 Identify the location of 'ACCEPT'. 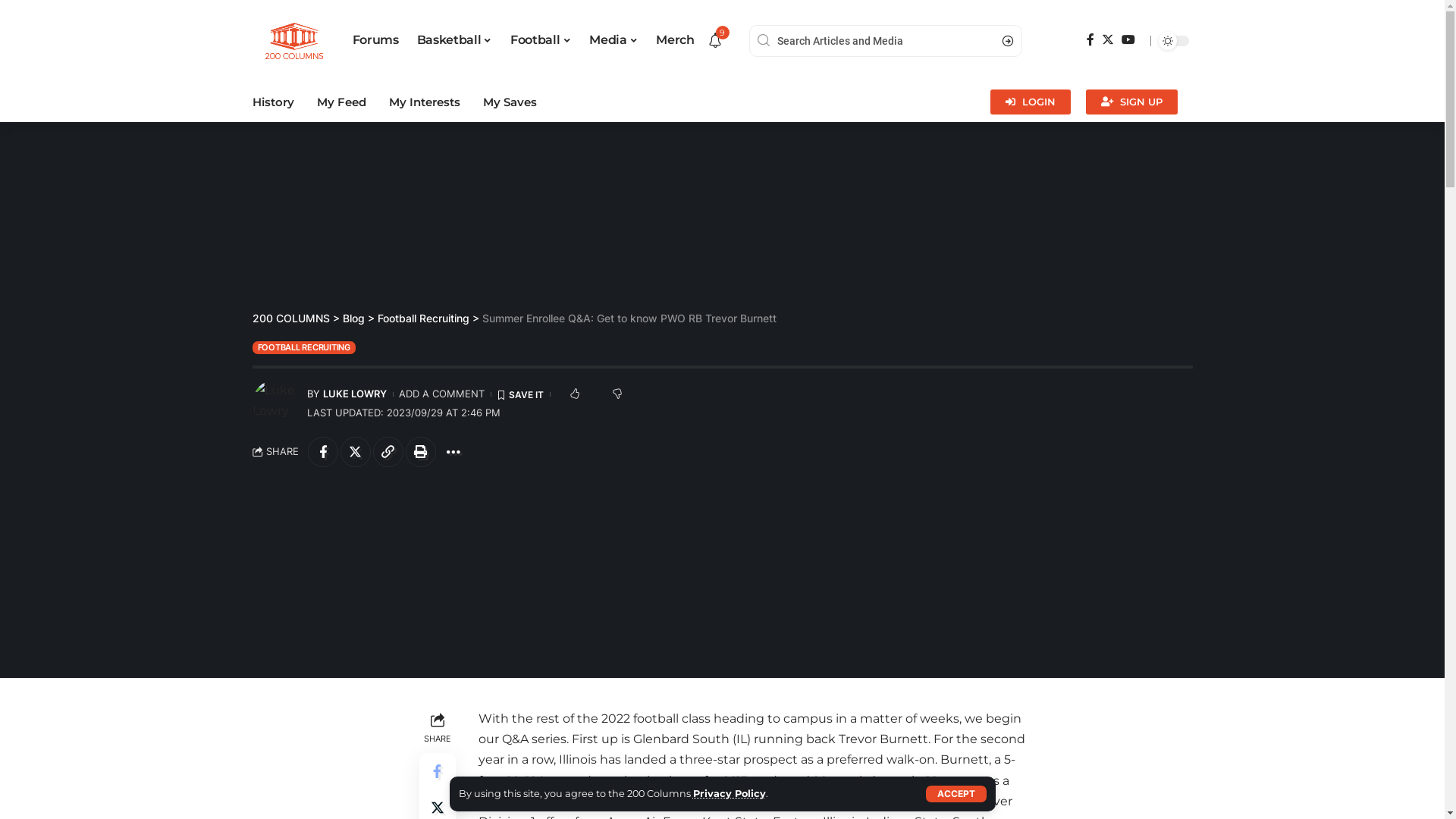
(954, 792).